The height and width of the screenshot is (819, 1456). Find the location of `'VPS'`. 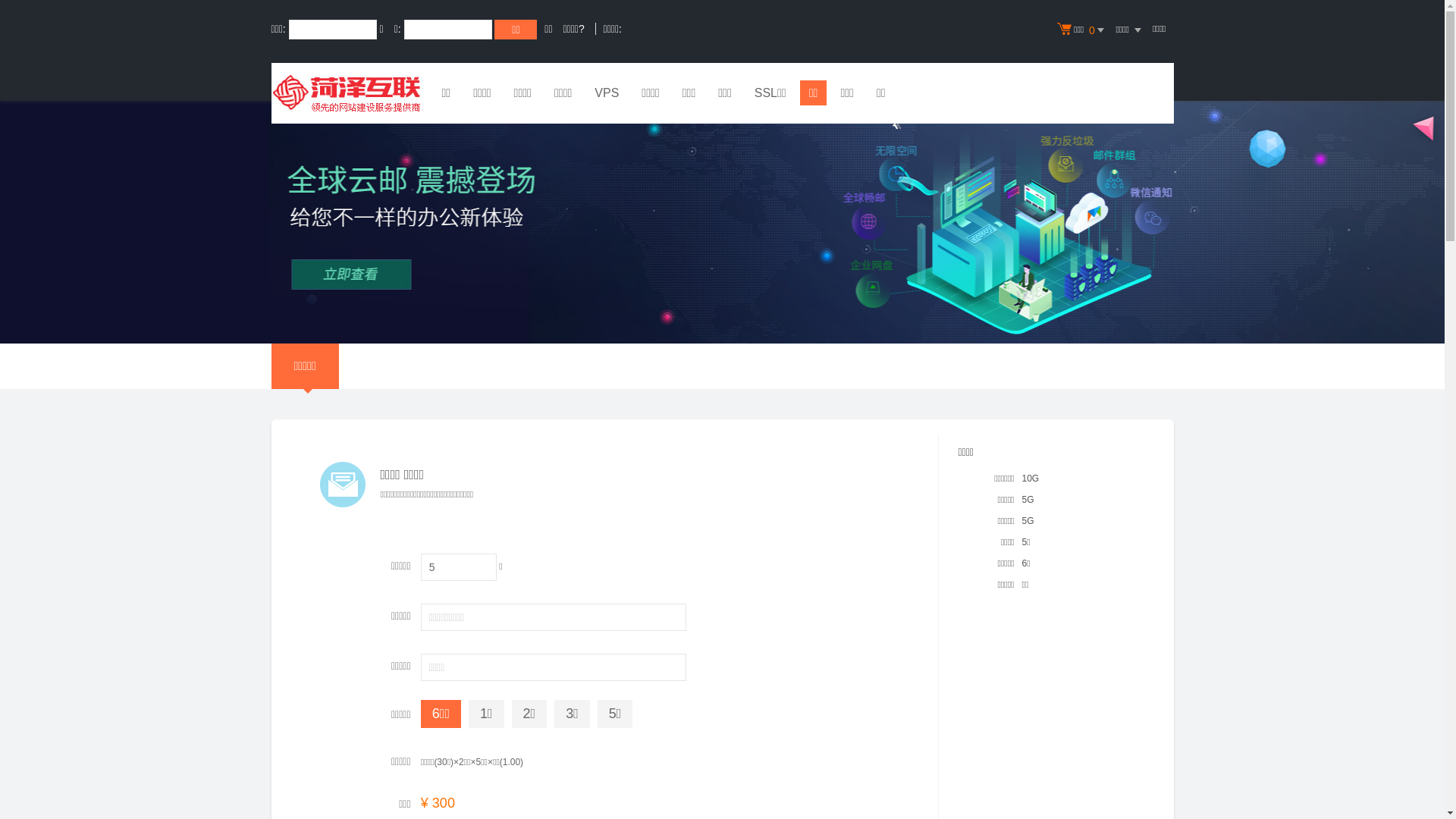

'VPS' is located at coordinates (607, 94).